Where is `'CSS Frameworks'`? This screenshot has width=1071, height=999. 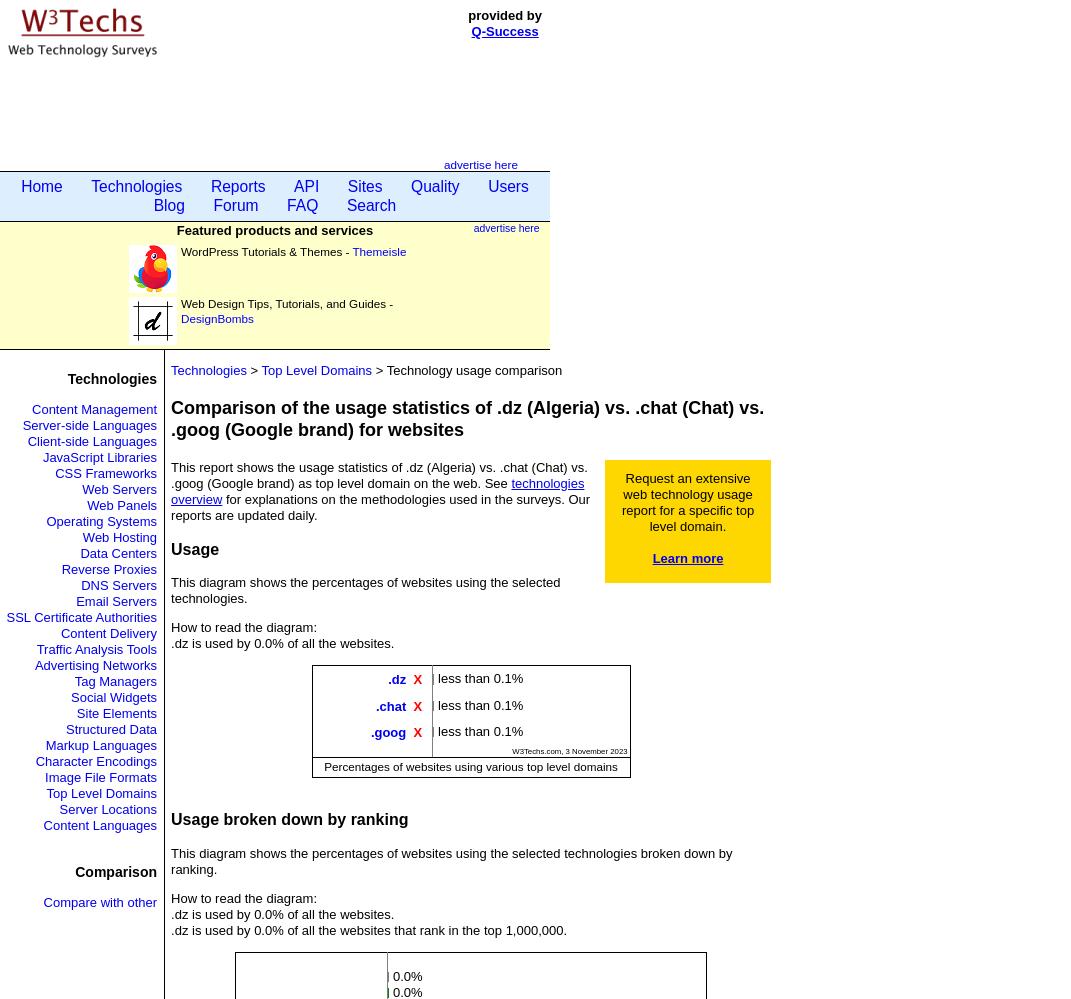 'CSS Frameworks' is located at coordinates (106, 473).